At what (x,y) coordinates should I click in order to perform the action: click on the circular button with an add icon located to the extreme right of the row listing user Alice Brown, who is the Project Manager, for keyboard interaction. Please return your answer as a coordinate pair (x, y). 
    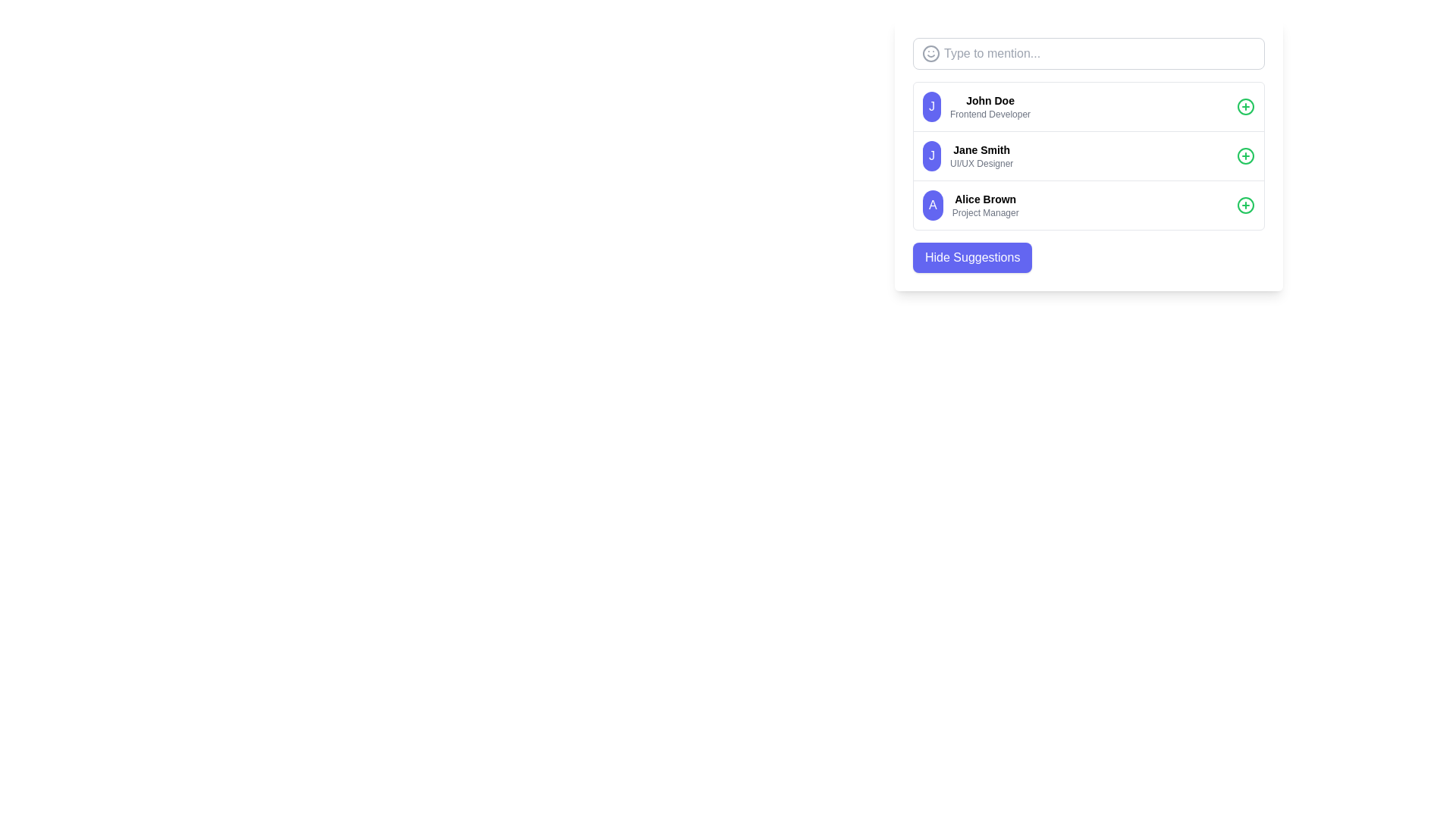
    Looking at the image, I should click on (1245, 205).